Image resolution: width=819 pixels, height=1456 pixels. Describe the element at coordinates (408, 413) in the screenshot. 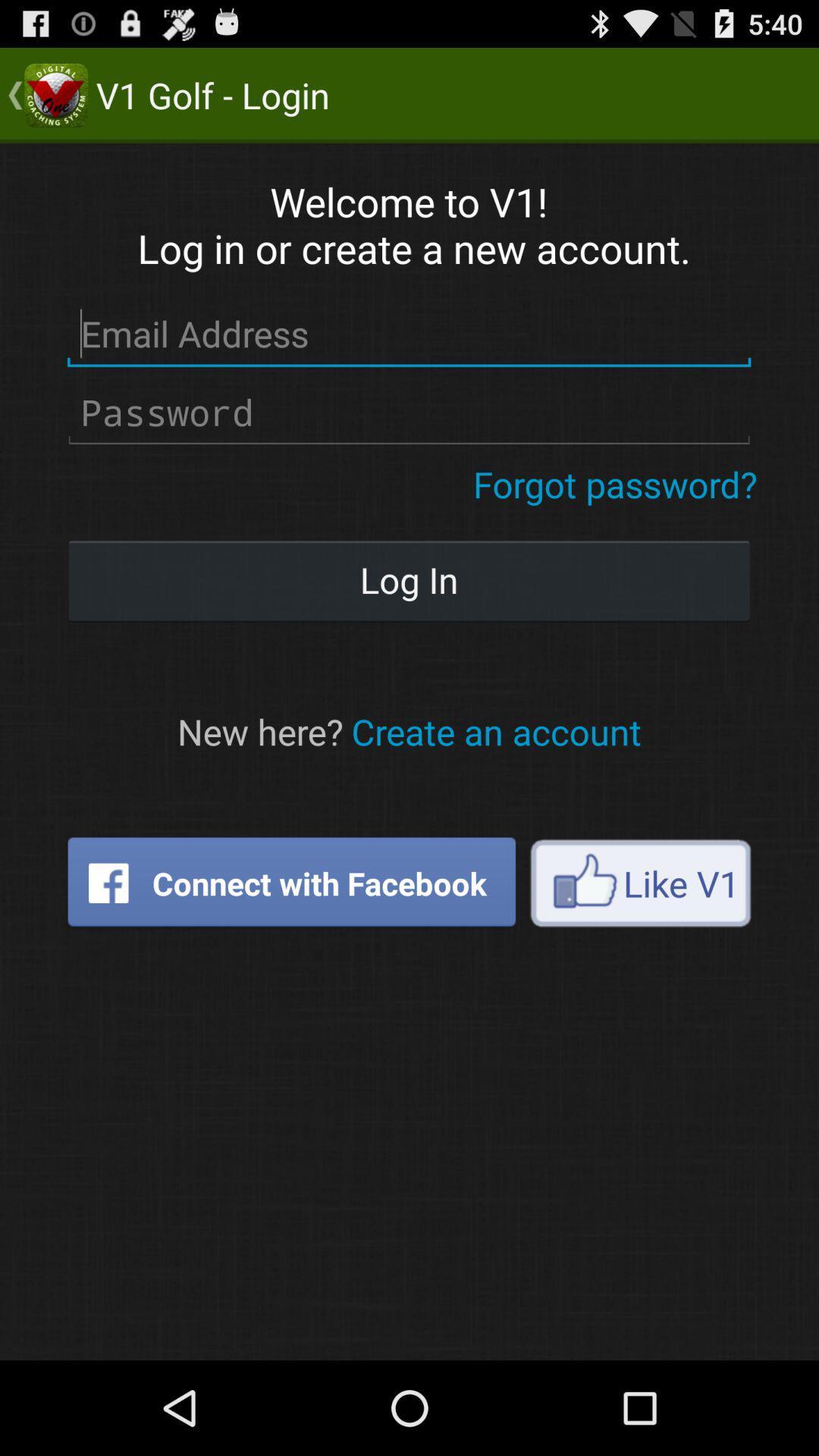

I see `text field` at that location.